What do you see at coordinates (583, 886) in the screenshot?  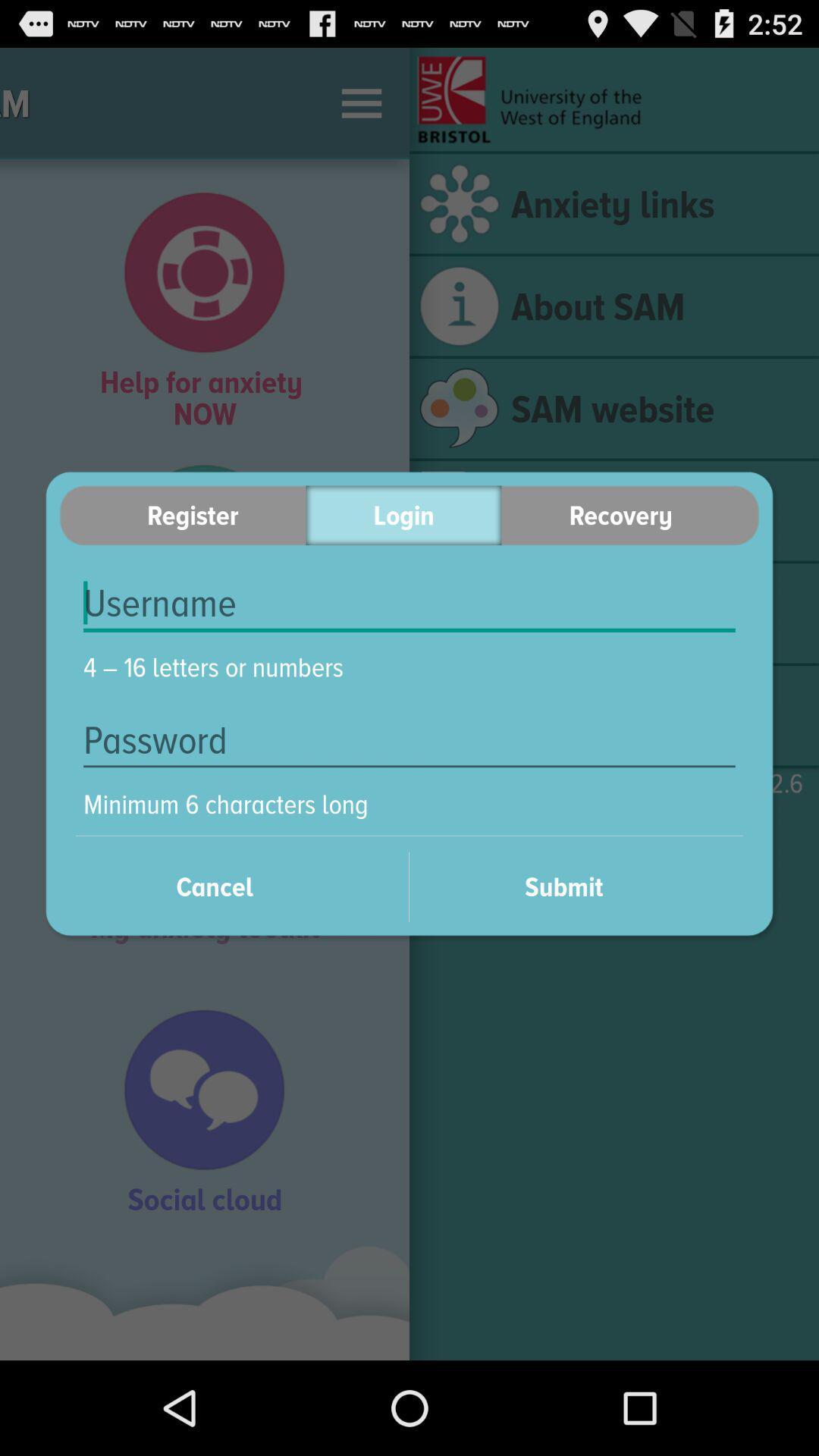 I see `submit item` at bounding box center [583, 886].